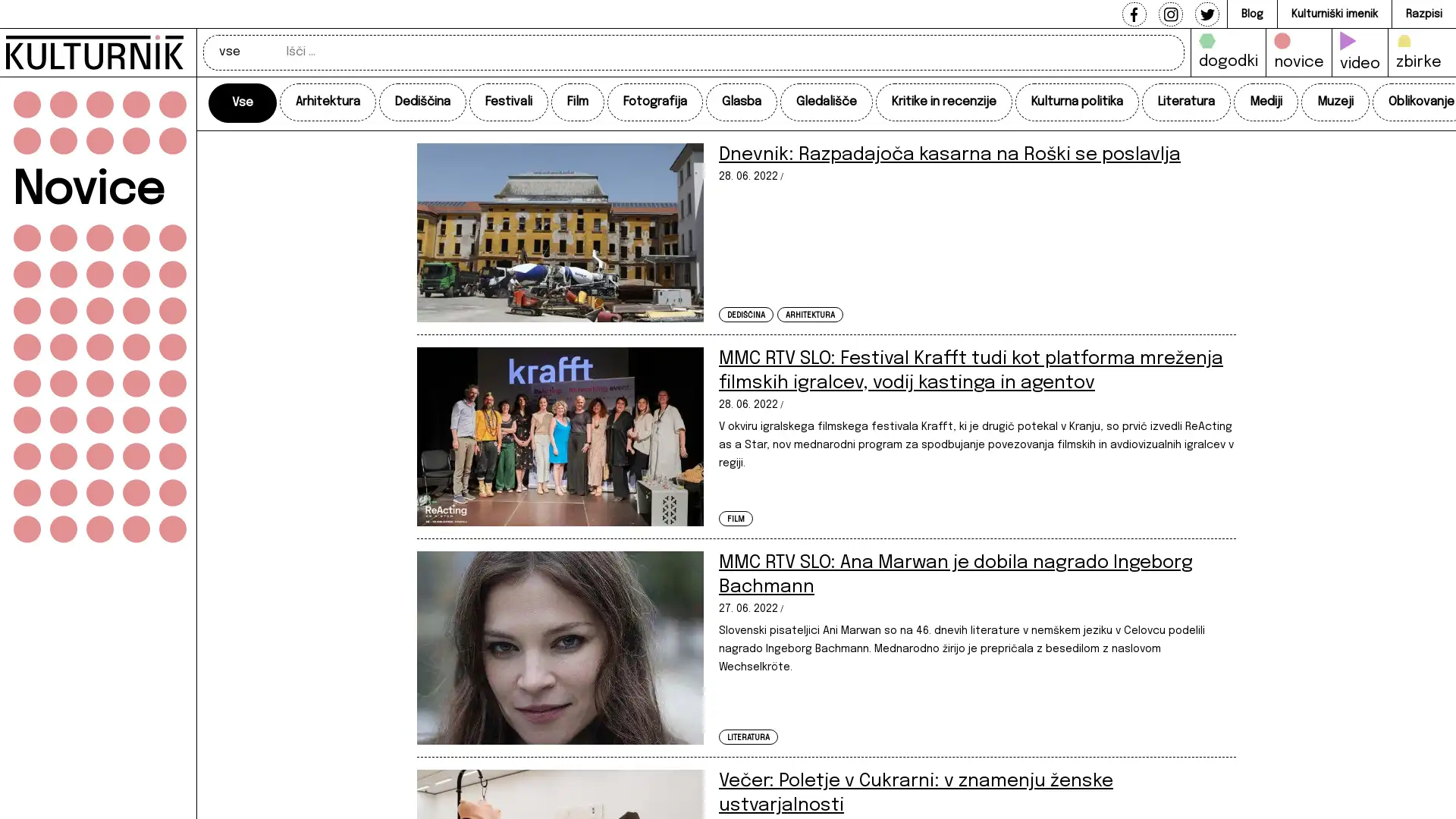  Describe the element at coordinates (243, 102) in the screenshot. I see `Vse` at that location.